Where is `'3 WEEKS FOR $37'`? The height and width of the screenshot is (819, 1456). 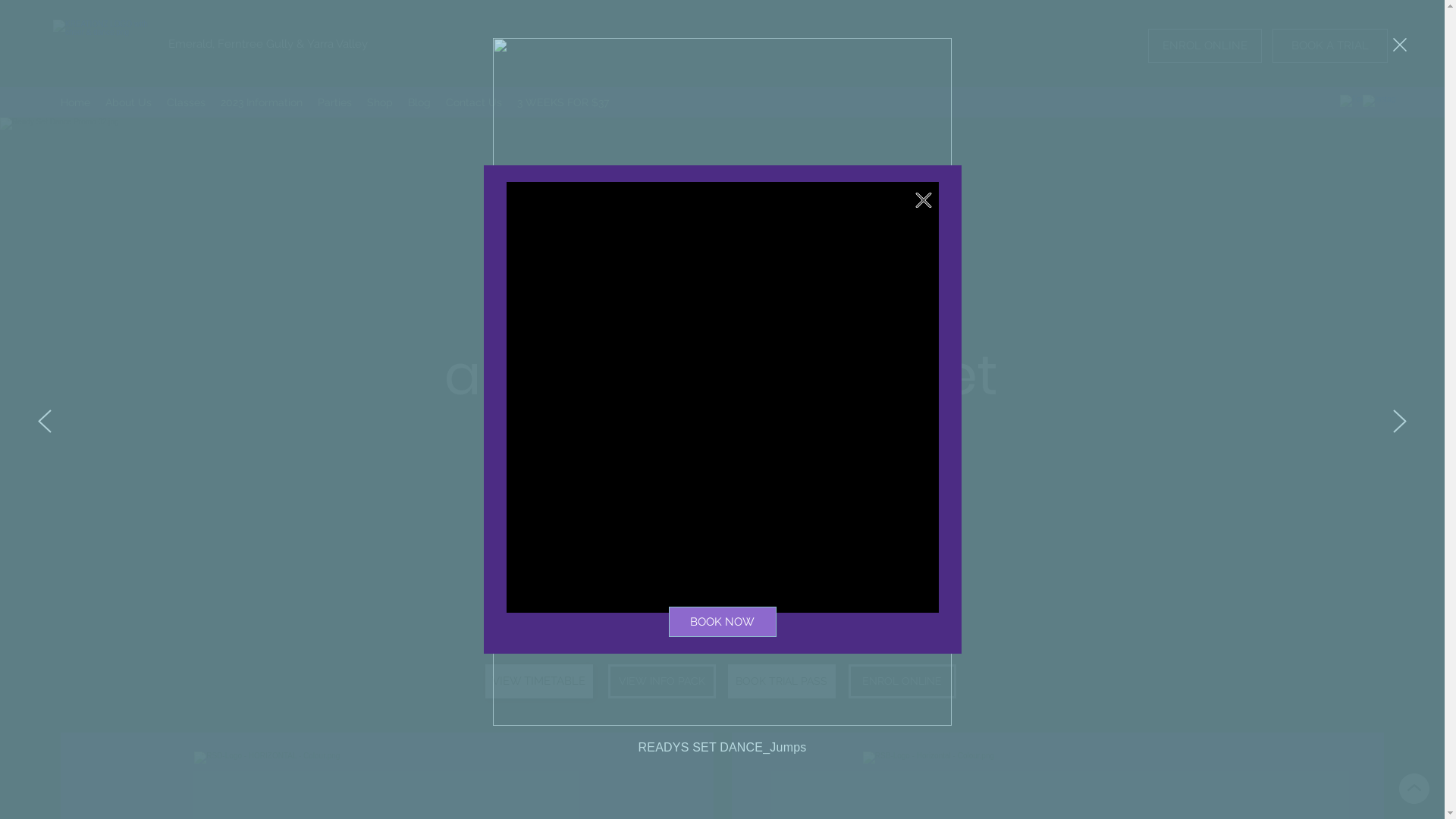 '3 WEEKS FOR $37' is located at coordinates (562, 102).